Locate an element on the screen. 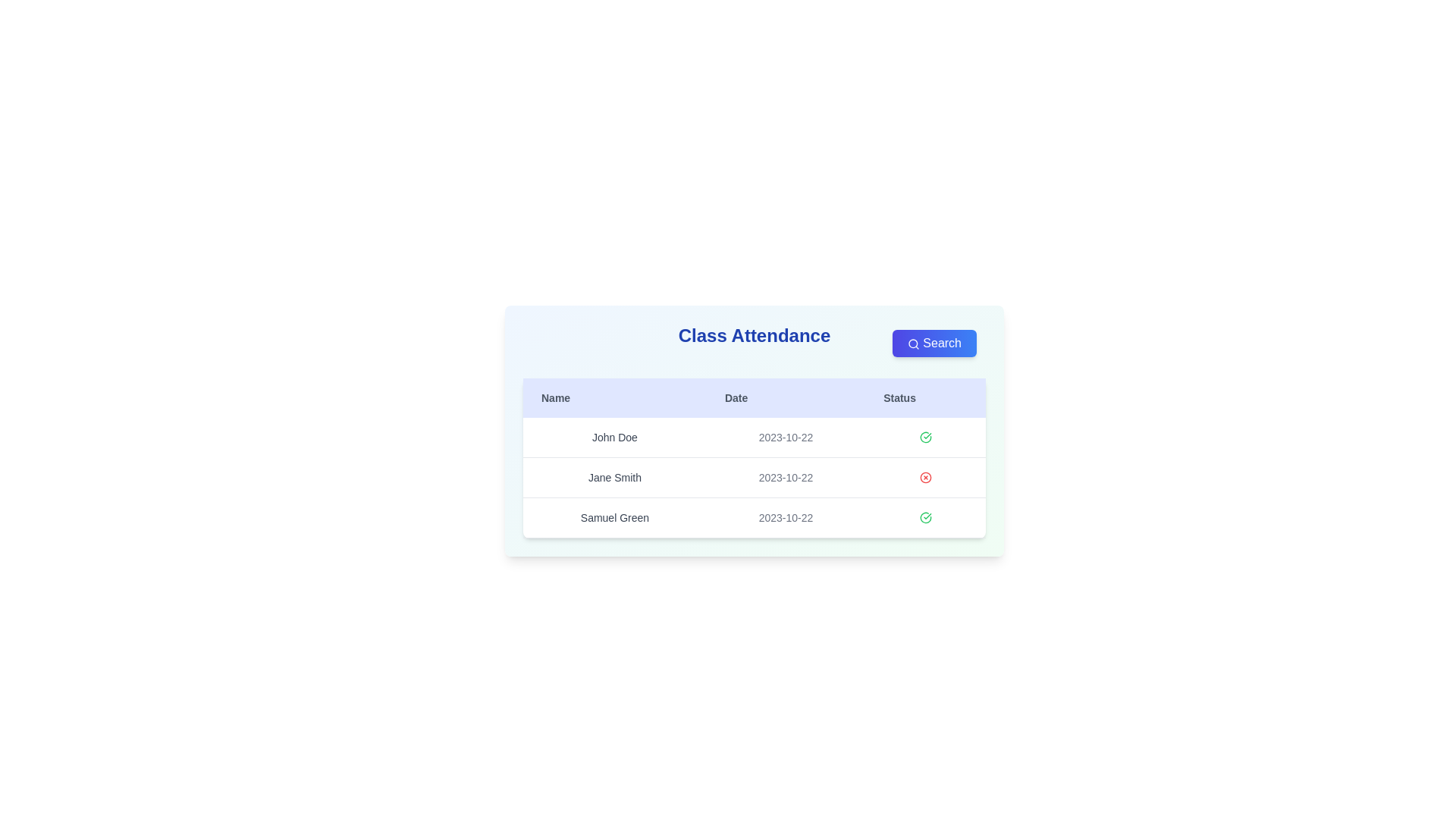 This screenshot has height=819, width=1456. the row corresponding to Samuel Green is located at coordinates (754, 516).